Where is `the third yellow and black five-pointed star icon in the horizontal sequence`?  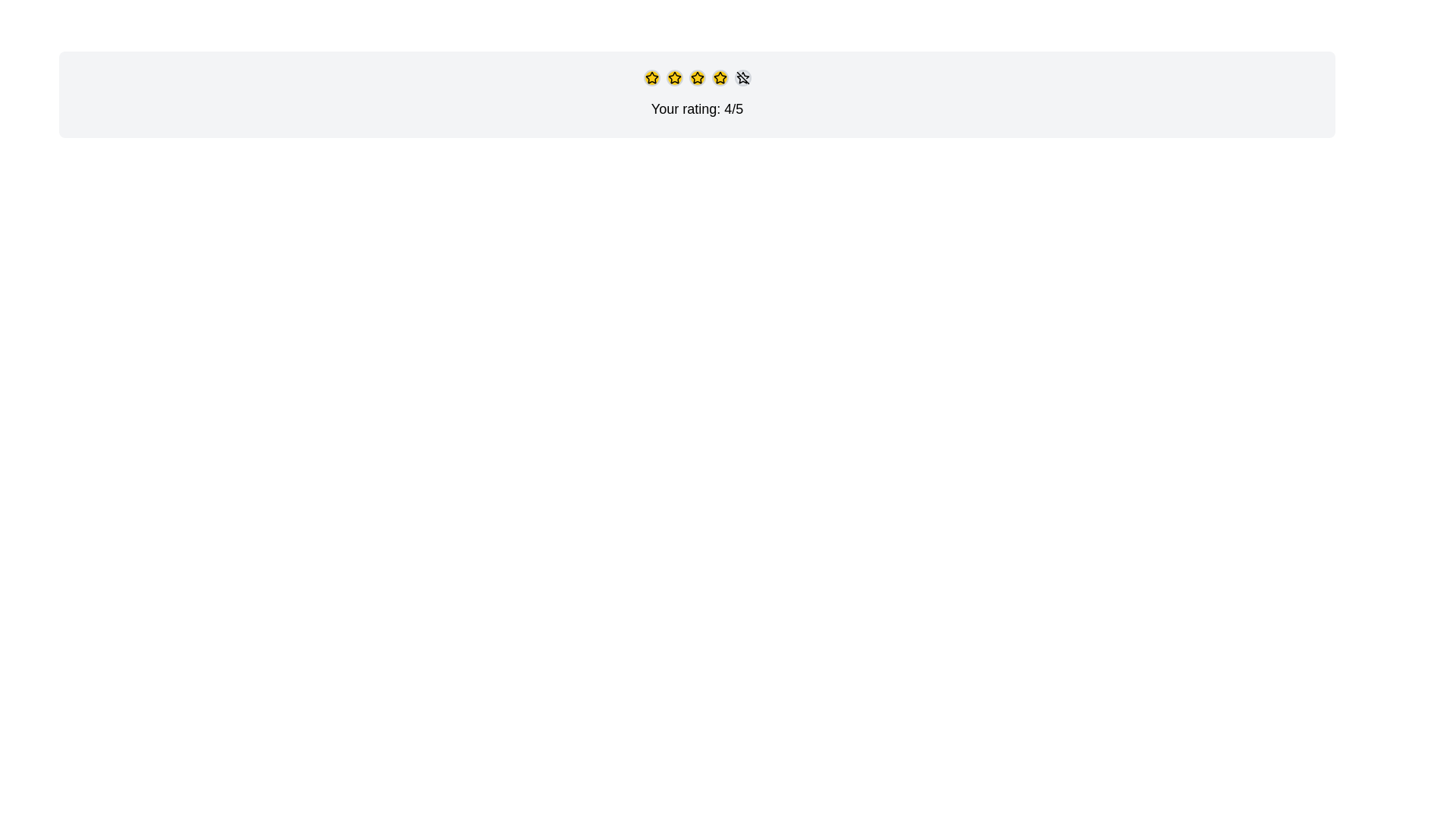
the third yellow and black five-pointed star icon in the horizontal sequence is located at coordinates (719, 77).